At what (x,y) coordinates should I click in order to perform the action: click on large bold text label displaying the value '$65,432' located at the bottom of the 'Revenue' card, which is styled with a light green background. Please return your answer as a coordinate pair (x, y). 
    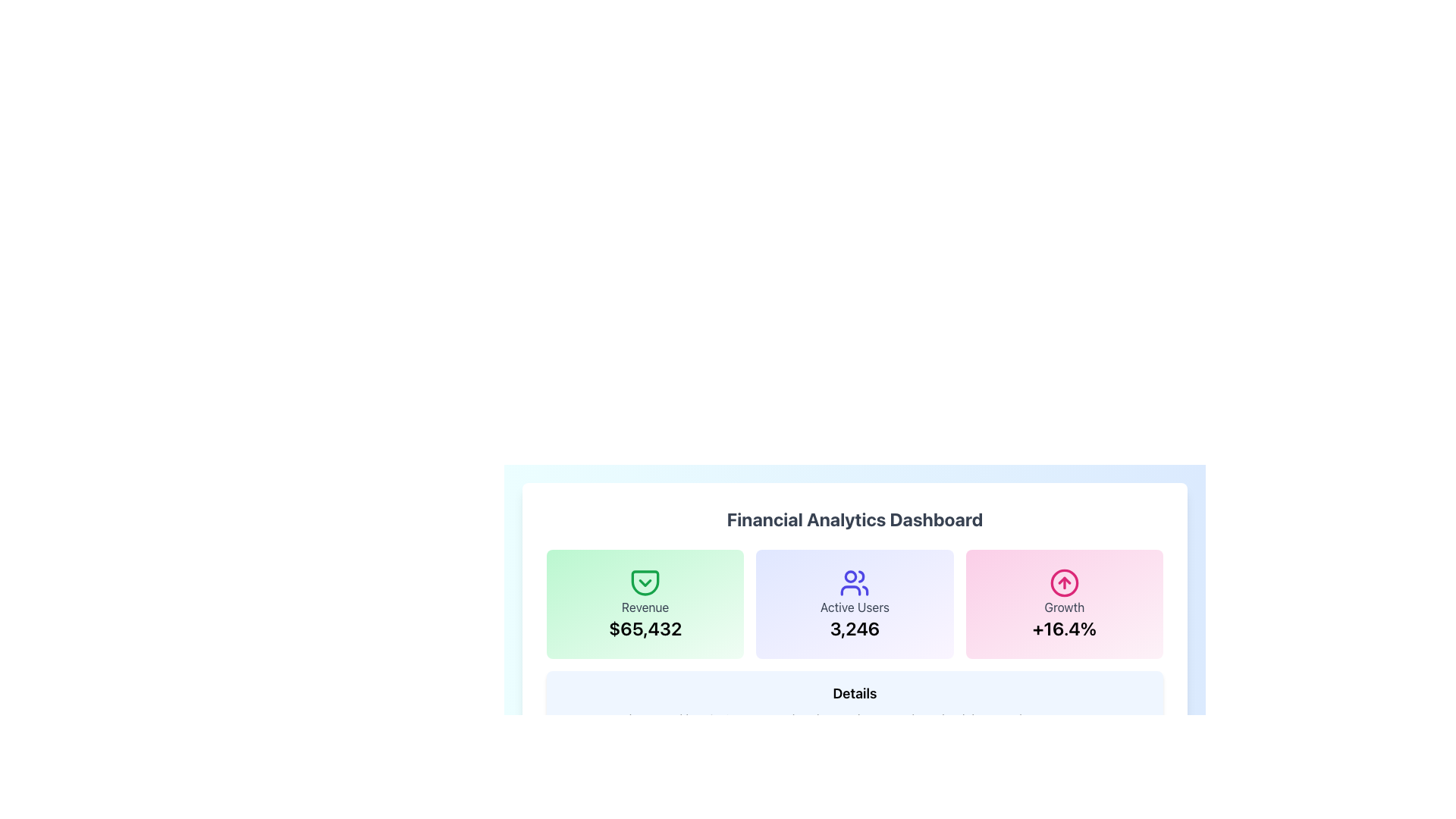
    Looking at the image, I should click on (645, 629).